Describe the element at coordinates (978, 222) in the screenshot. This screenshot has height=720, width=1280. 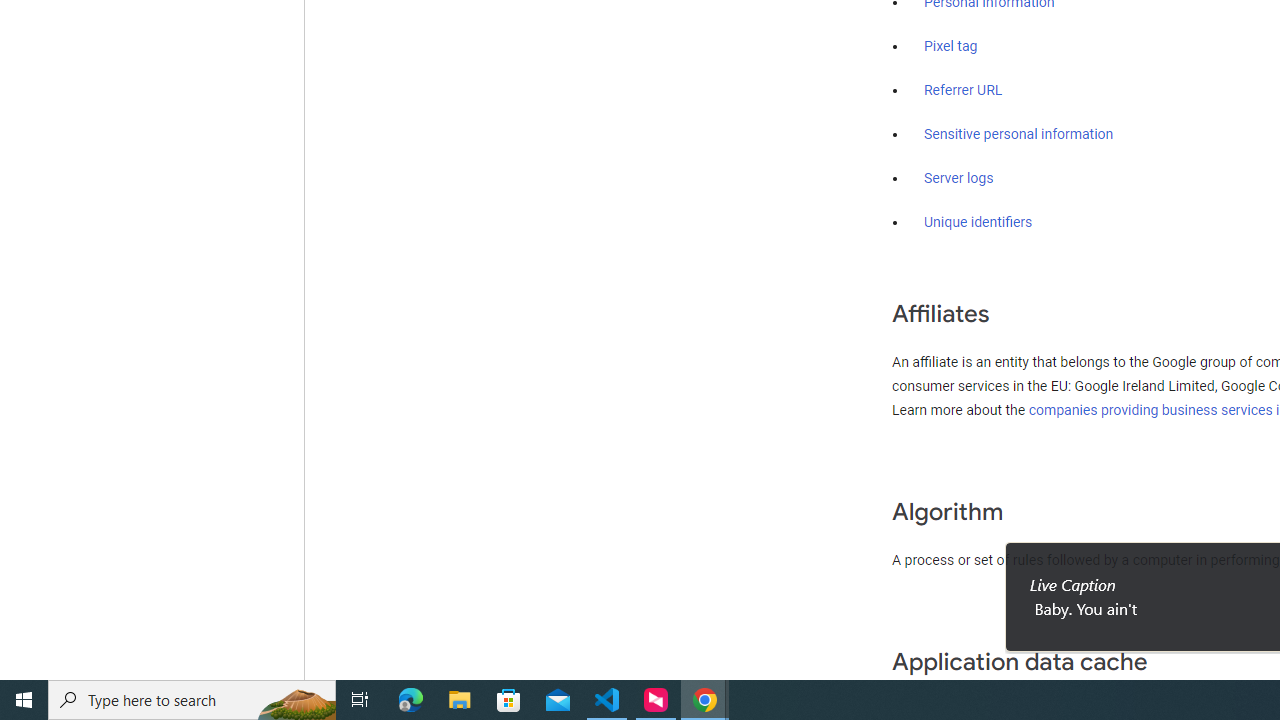
I see `'Unique identifiers'` at that location.